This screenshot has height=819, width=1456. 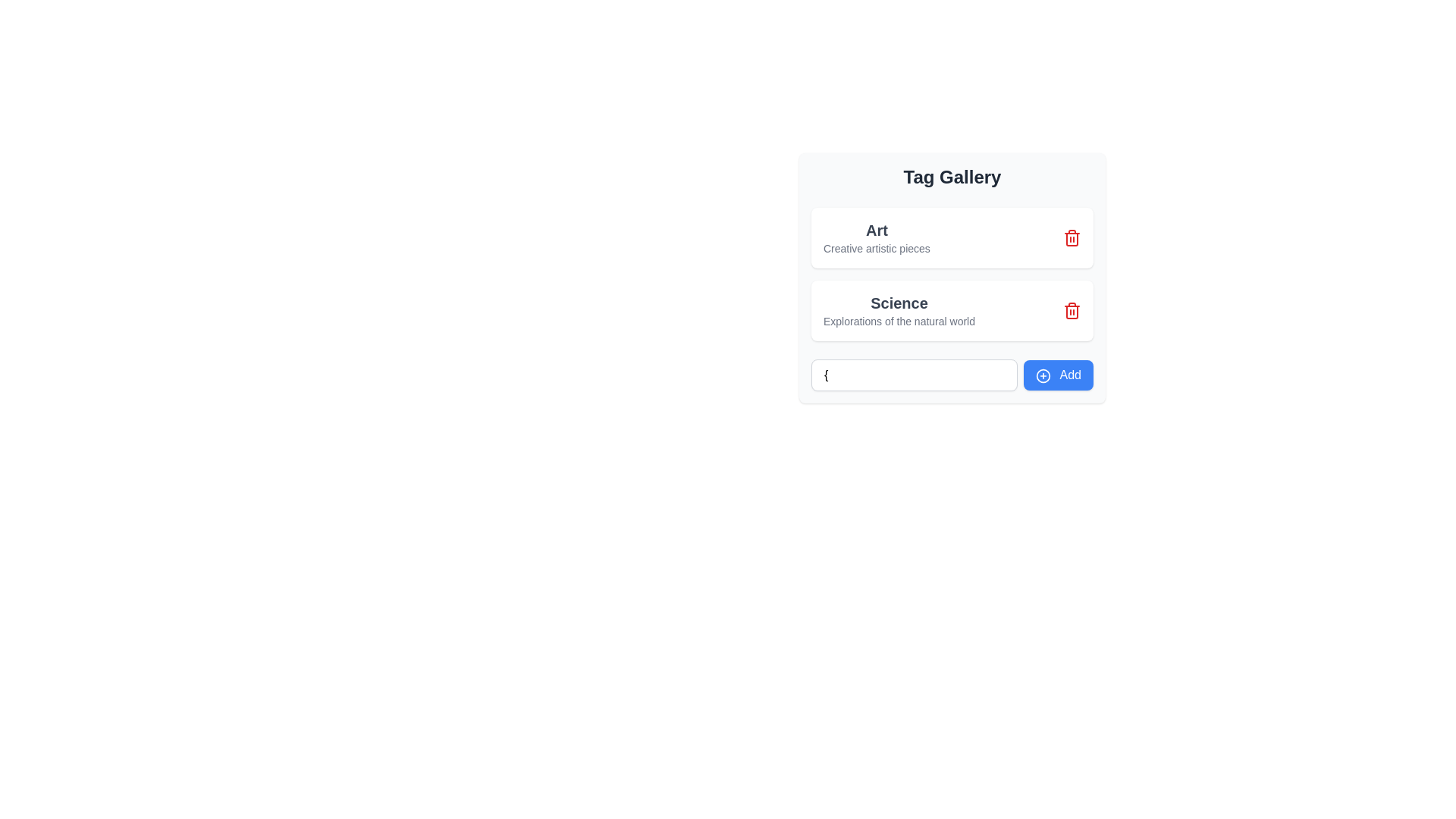 What do you see at coordinates (1072, 237) in the screenshot?
I see `the small red icon with a white trash bin symbol located in the upper-right section of the card labeled 'Art' within the 'Tag Gallery' section` at bounding box center [1072, 237].